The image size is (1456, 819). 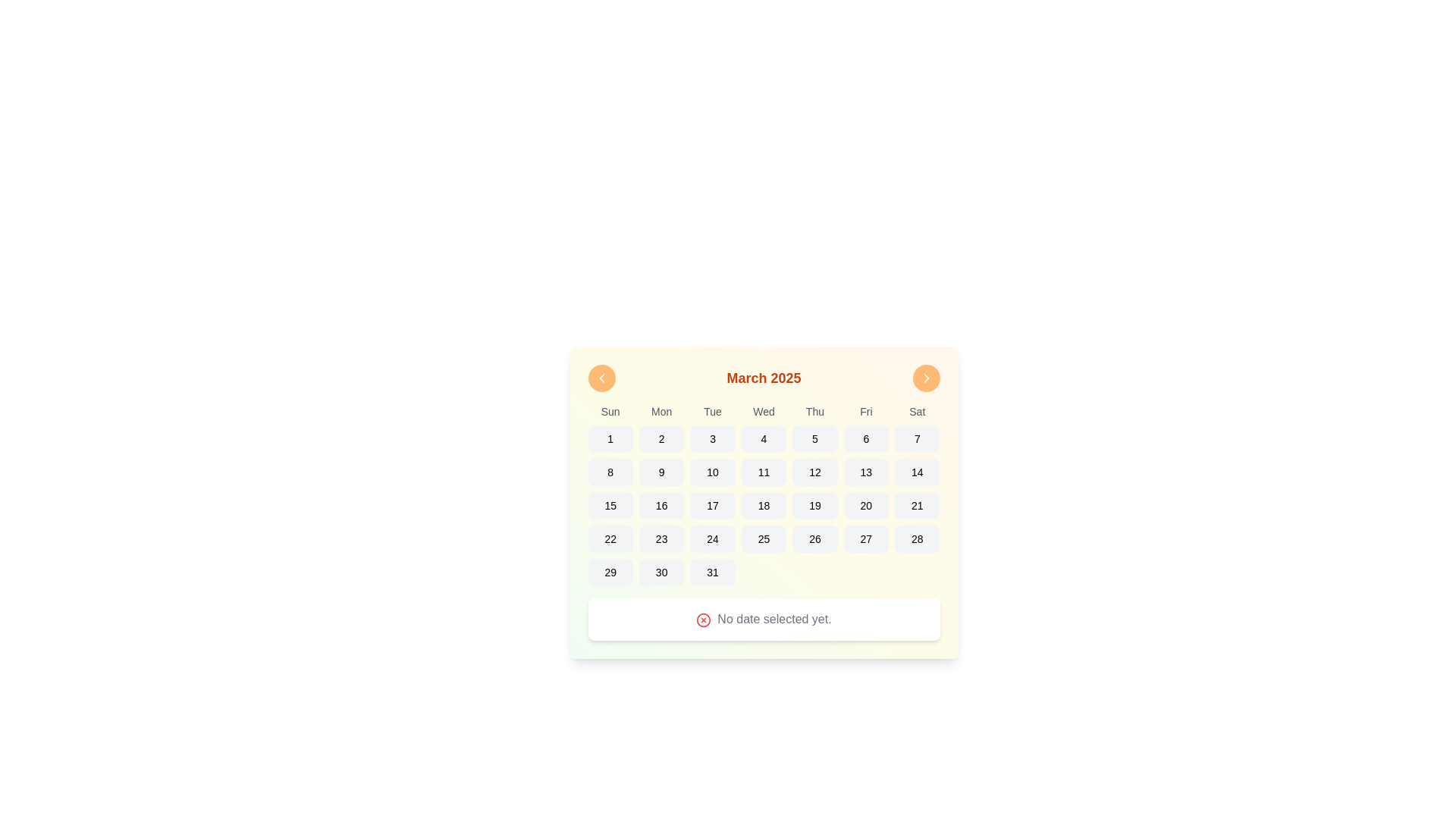 I want to click on the selectable date '19' button in the calendar interface to change the background color, so click(x=814, y=506).